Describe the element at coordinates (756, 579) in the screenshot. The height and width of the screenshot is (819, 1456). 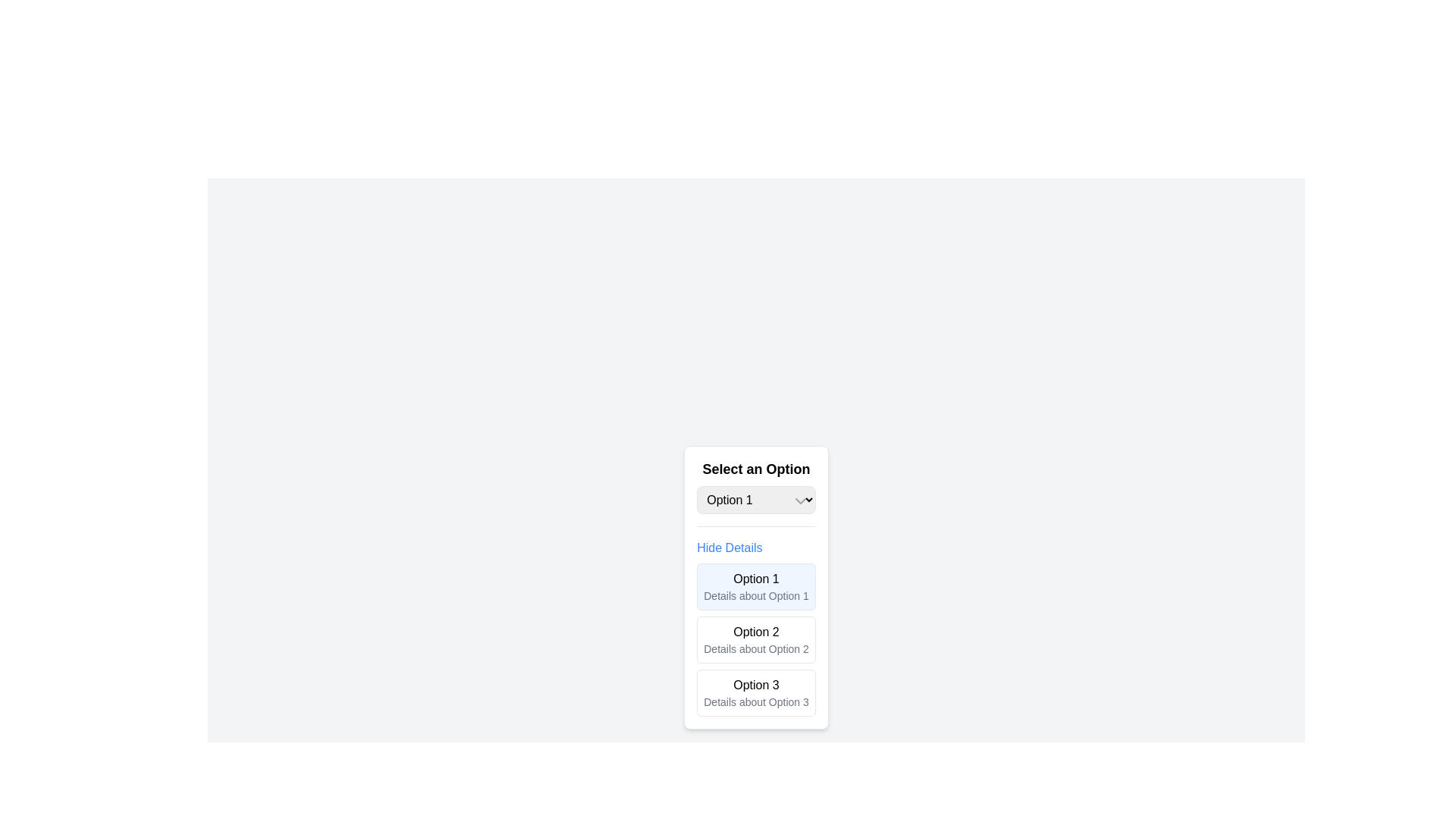
I see `text label displaying 'Option 1', which is styled with medium font weight and located at the top of a card beneath the 'Select an Option' dropdown` at that location.